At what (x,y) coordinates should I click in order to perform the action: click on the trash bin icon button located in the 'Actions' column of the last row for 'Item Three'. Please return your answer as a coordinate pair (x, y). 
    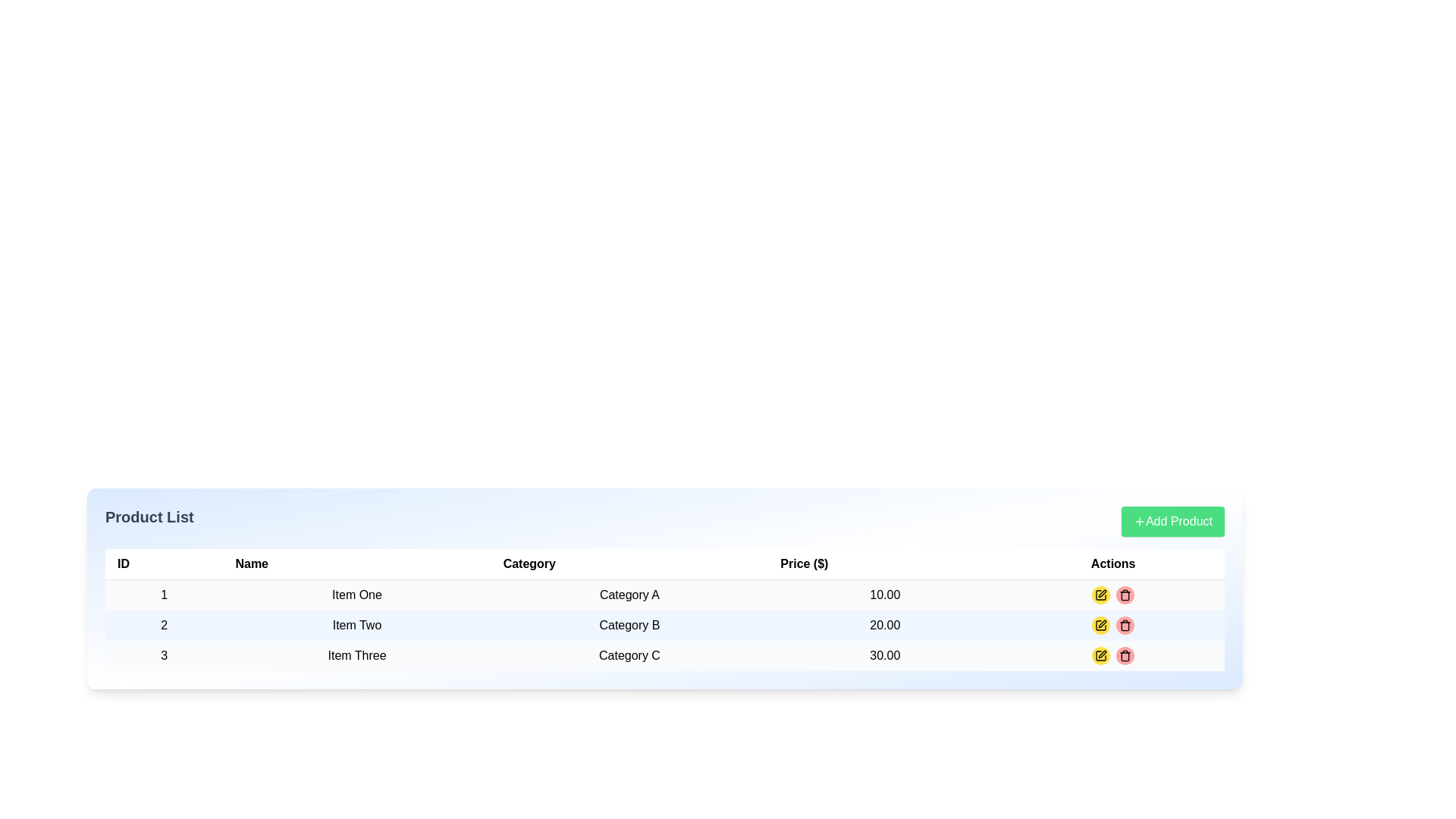
    Looking at the image, I should click on (1125, 595).